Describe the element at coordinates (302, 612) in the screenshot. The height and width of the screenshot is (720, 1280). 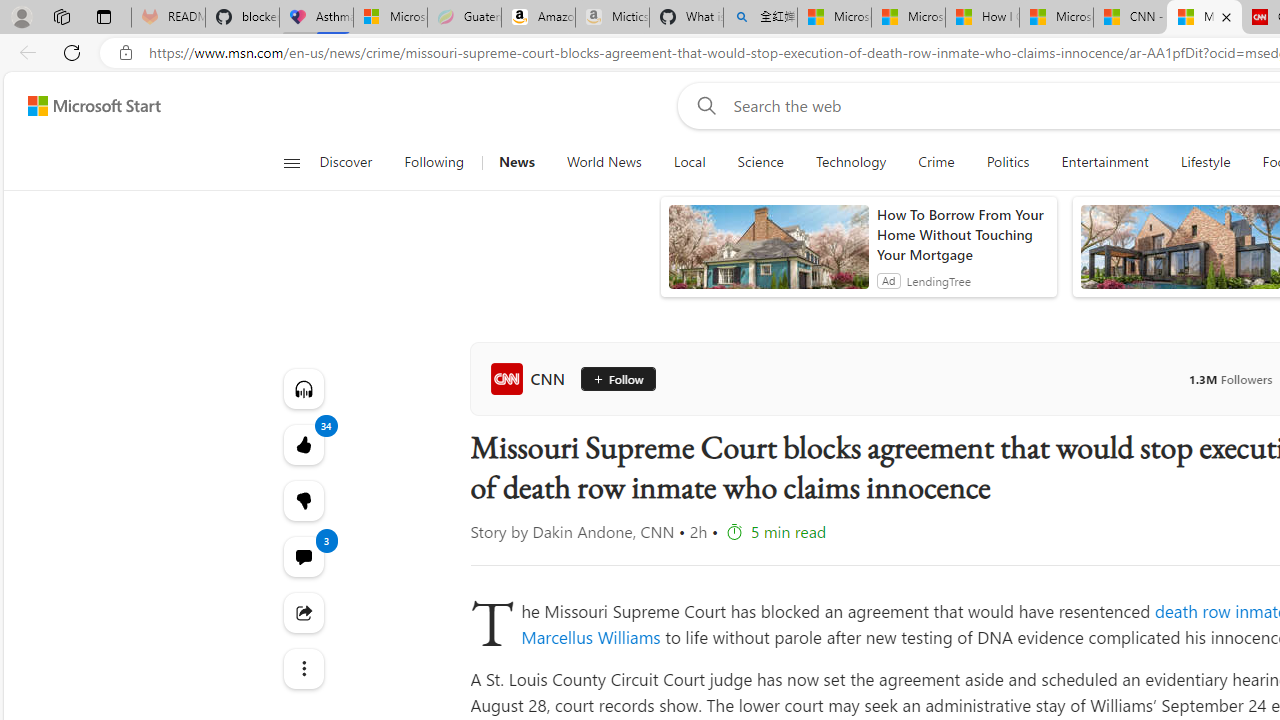
I see `'Share this story'` at that location.